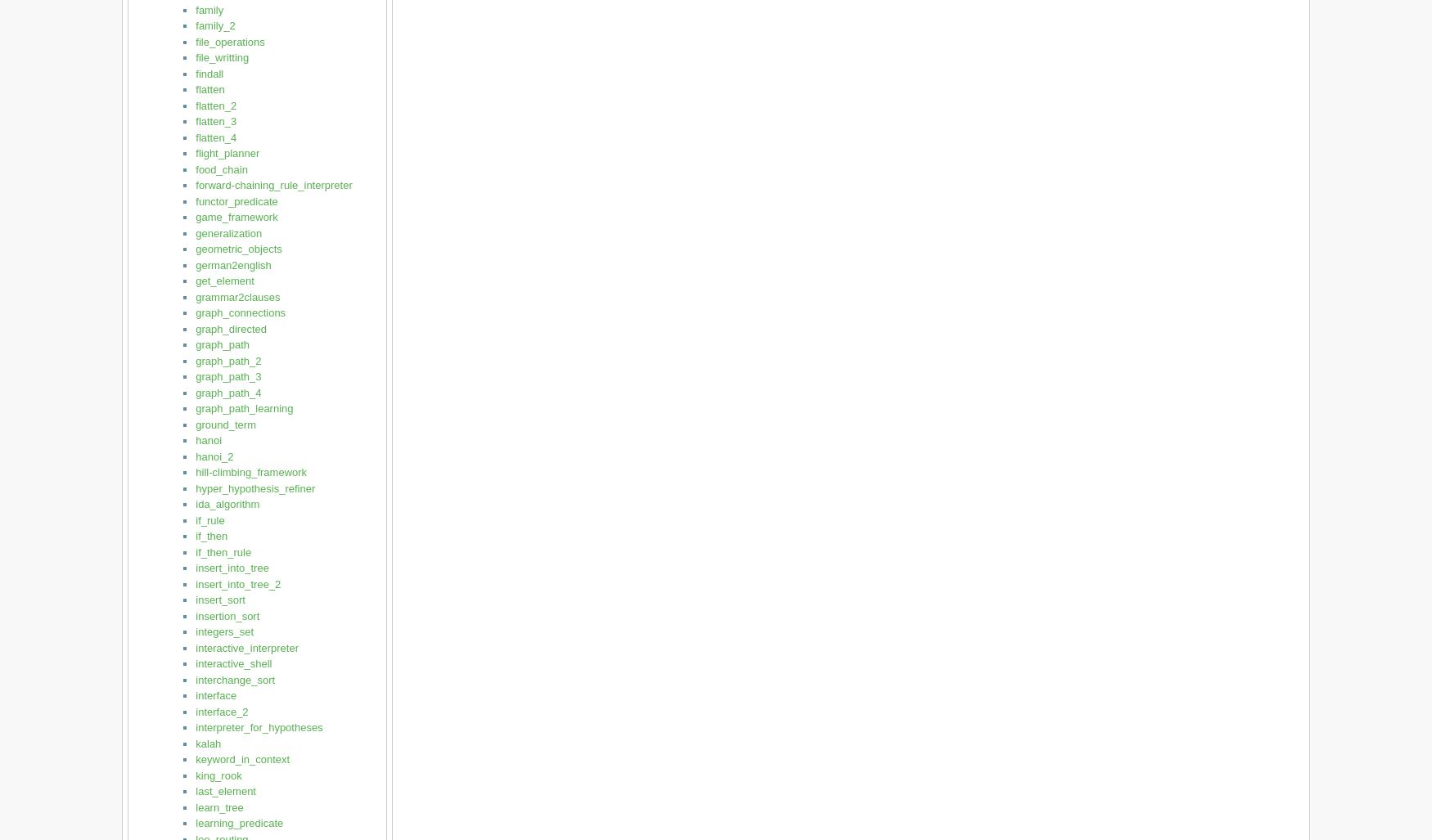  What do you see at coordinates (215, 121) in the screenshot?
I see `'flatten_3'` at bounding box center [215, 121].